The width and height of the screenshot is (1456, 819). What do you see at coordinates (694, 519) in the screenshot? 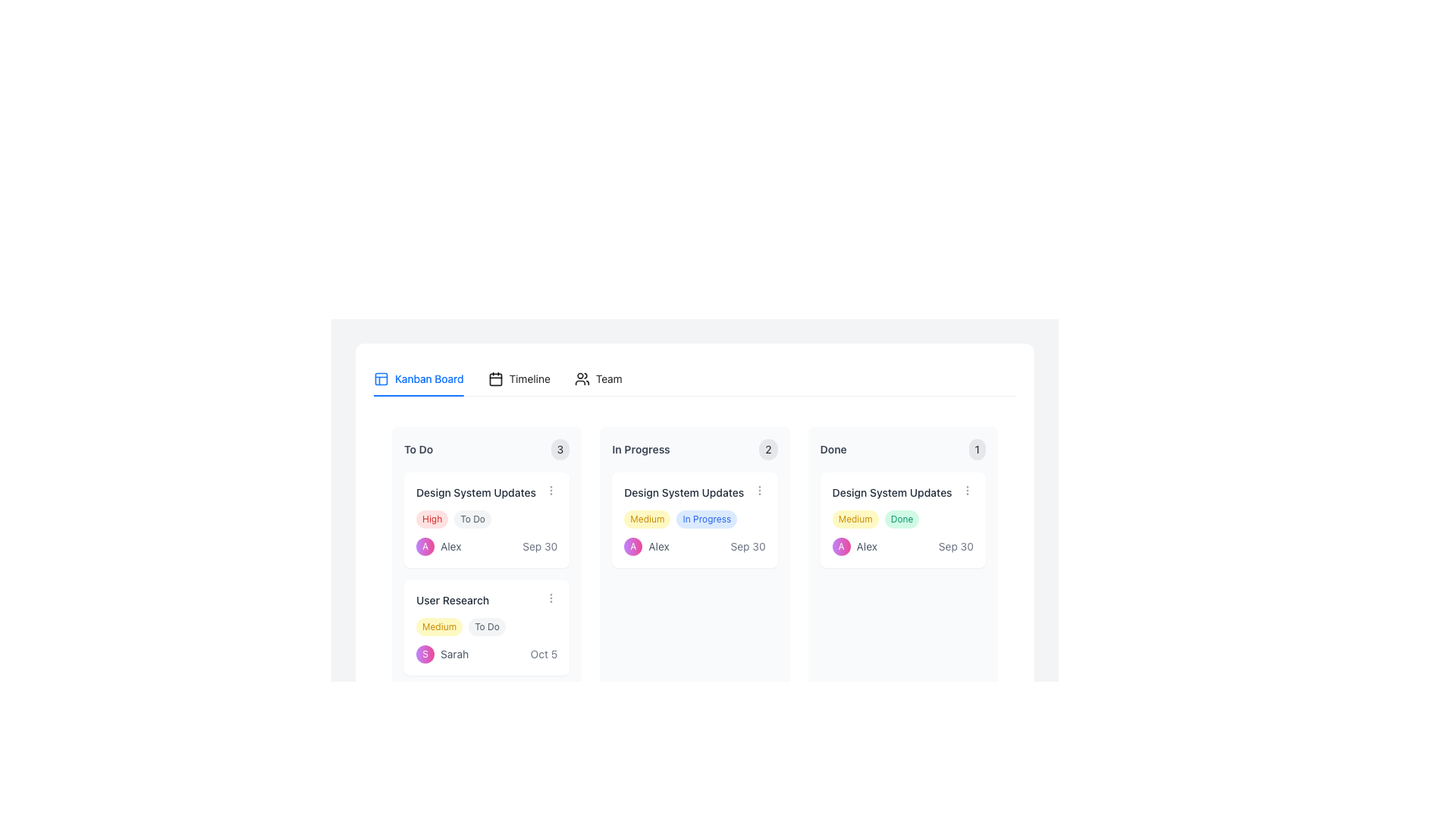
I see `the Label Group consisting of two badges with 'Medium' in gold and 'In Progress' in blue, located under the 'In Progress' column of the 'Design System Updates' card` at bounding box center [694, 519].